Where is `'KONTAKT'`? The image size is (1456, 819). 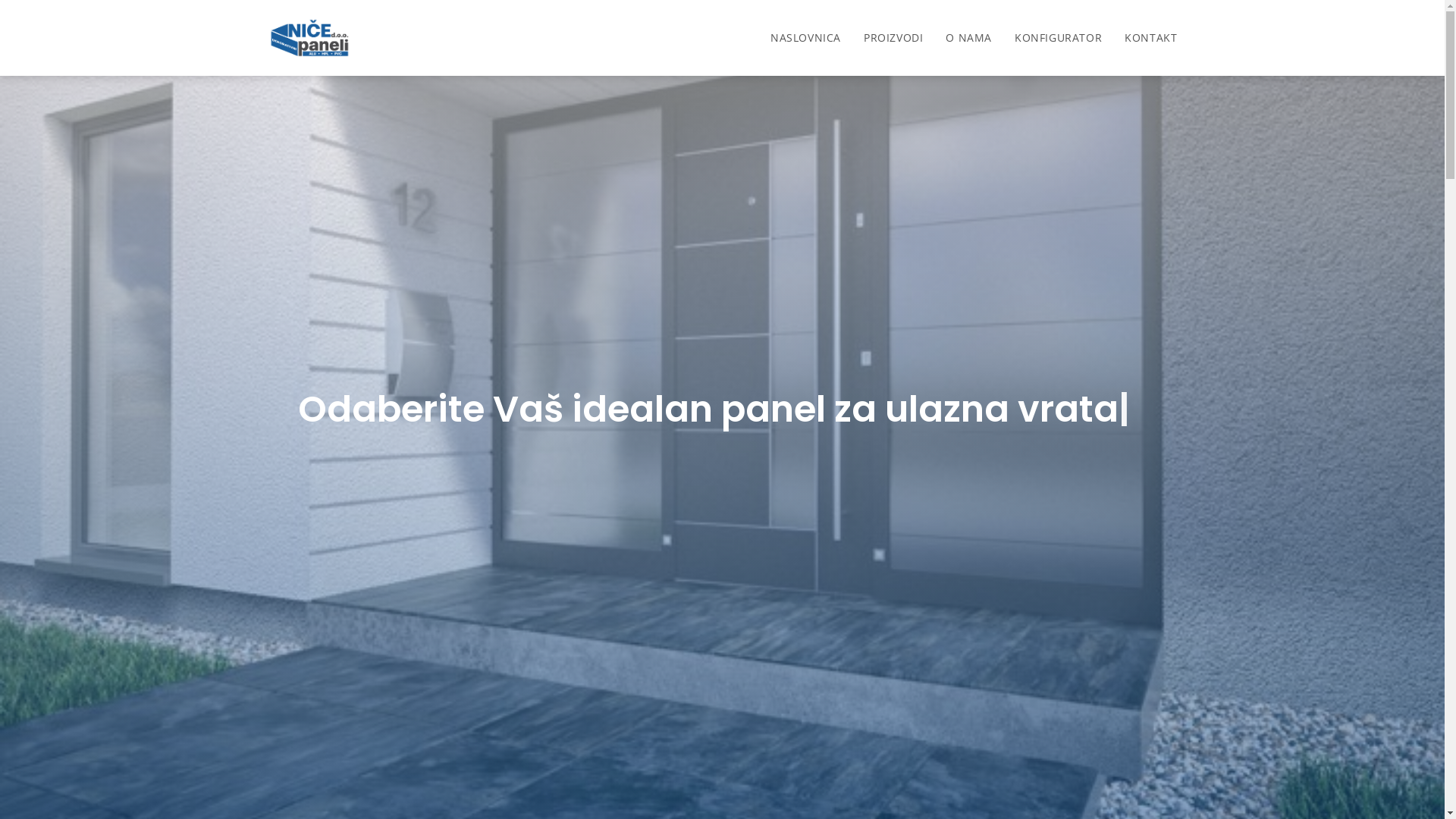 'KONTAKT' is located at coordinates (1113, 37).